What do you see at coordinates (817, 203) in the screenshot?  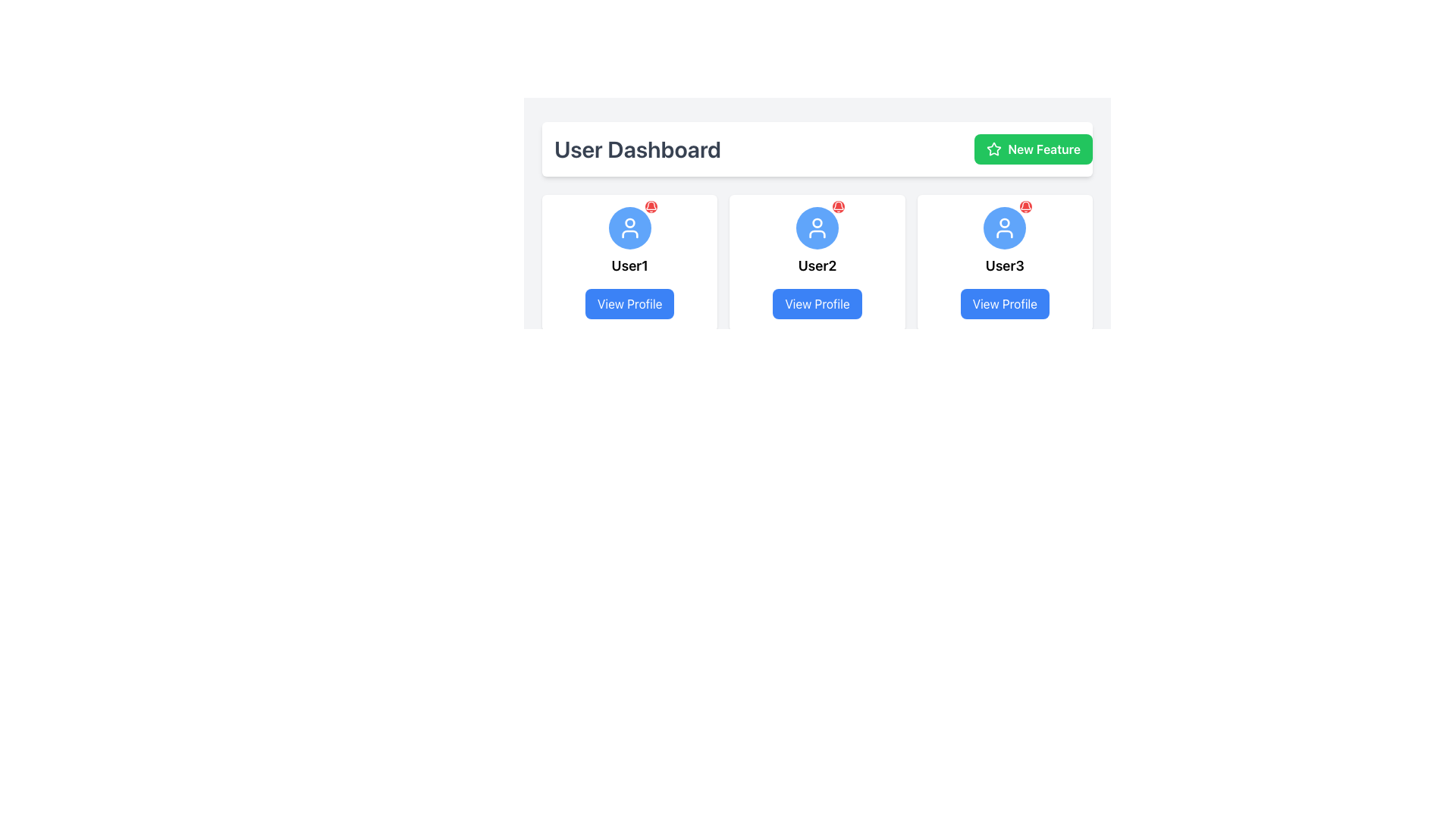 I see `the user profile card located in the second column of the grid layout below the 'User Dashboard' header and the 'New Feature' button for accessibility purposes` at bounding box center [817, 203].